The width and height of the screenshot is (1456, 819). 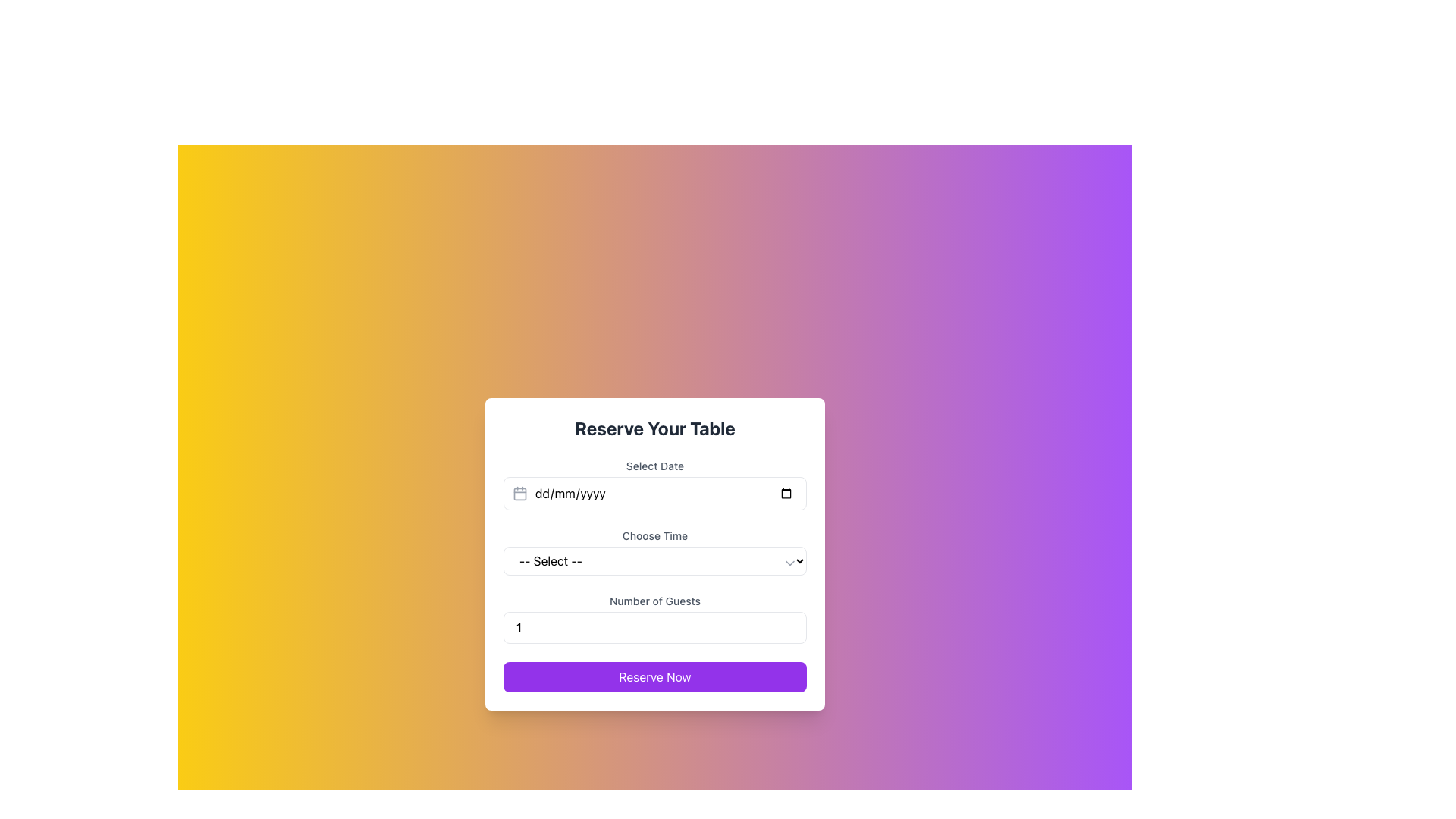 What do you see at coordinates (520, 494) in the screenshot?
I see `the SVG rectangle that represents the body of the calendar icon, located to the left of the 'dd/mm/yyyy' placeholder in the 'Select Date' input field of the 'Reserve Your Table' form` at bounding box center [520, 494].